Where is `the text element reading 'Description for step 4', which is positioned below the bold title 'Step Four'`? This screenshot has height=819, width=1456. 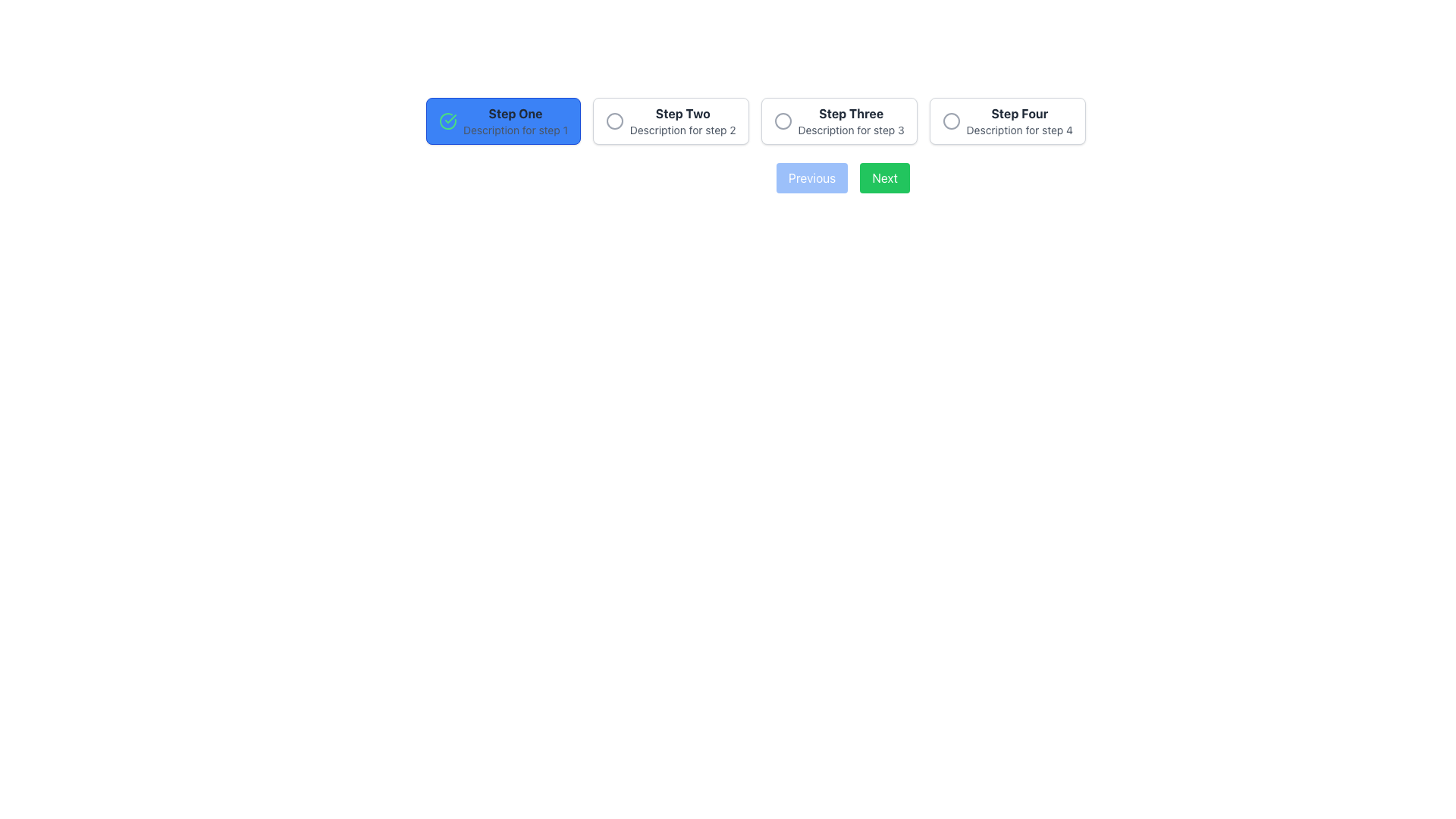 the text element reading 'Description for step 4', which is positioned below the bold title 'Step Four' is located at coordinates (1019, 130).